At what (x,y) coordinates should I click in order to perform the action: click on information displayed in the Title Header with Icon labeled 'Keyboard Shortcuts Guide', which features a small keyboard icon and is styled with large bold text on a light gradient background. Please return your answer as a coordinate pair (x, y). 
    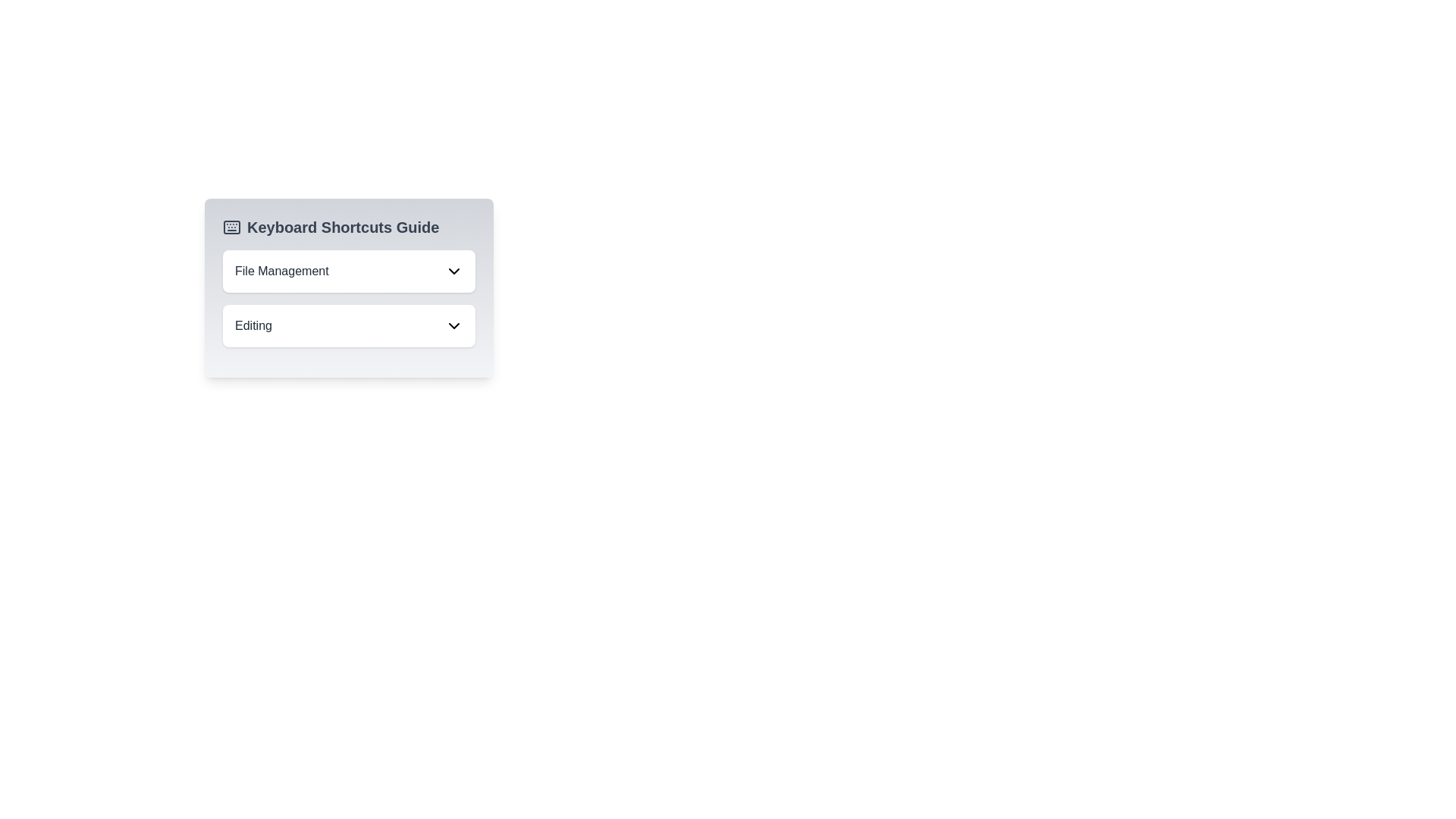
    Looking at the image, I should click on (348, 227).